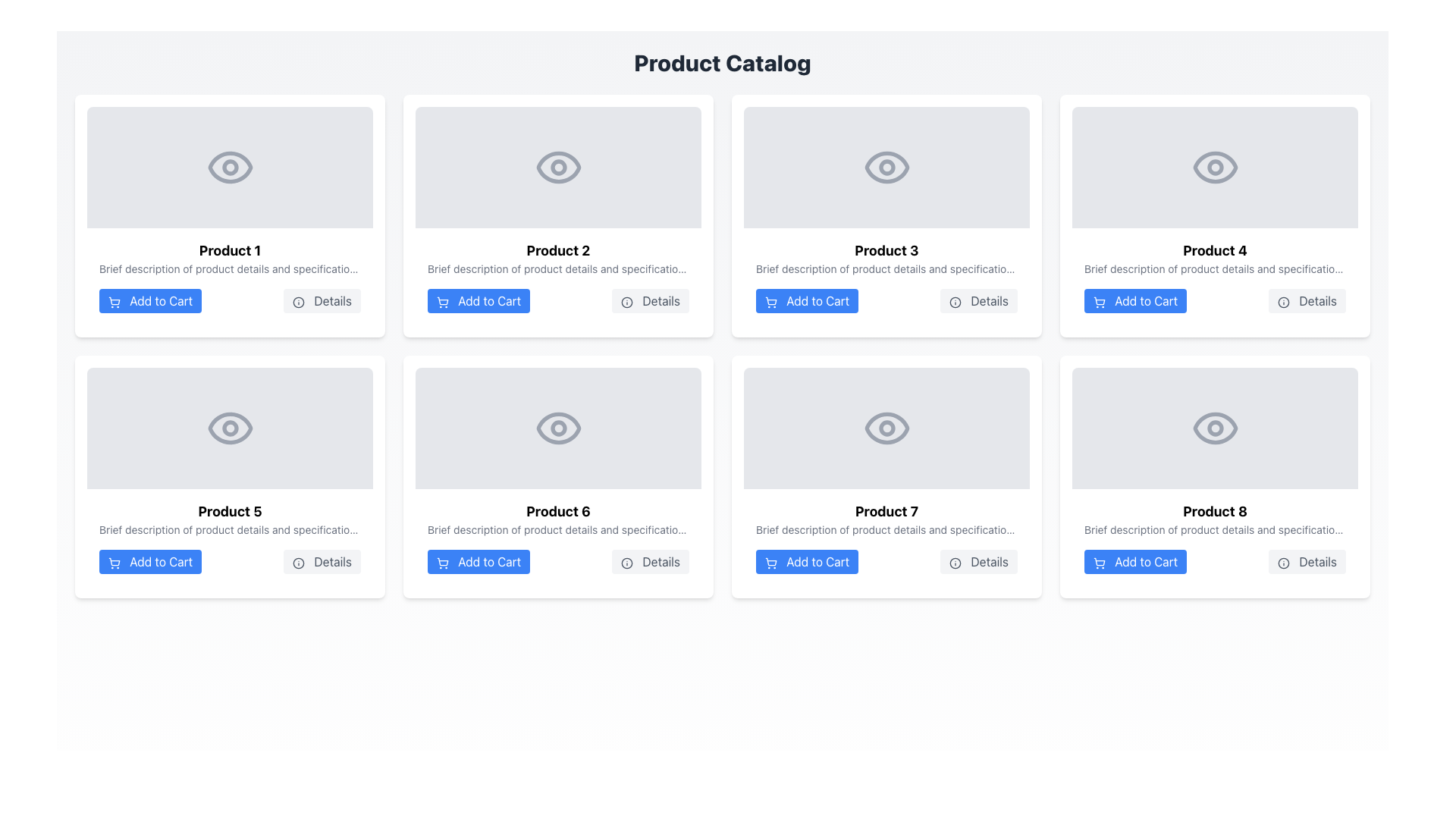 This screenshot has height=819, width=1456. Describe the element at coordinates (1135, 301) in the screenshot. I see `the 'Add to Cart' button located in the fourth column of the grid layout beneath 'Product 4'` at that location.